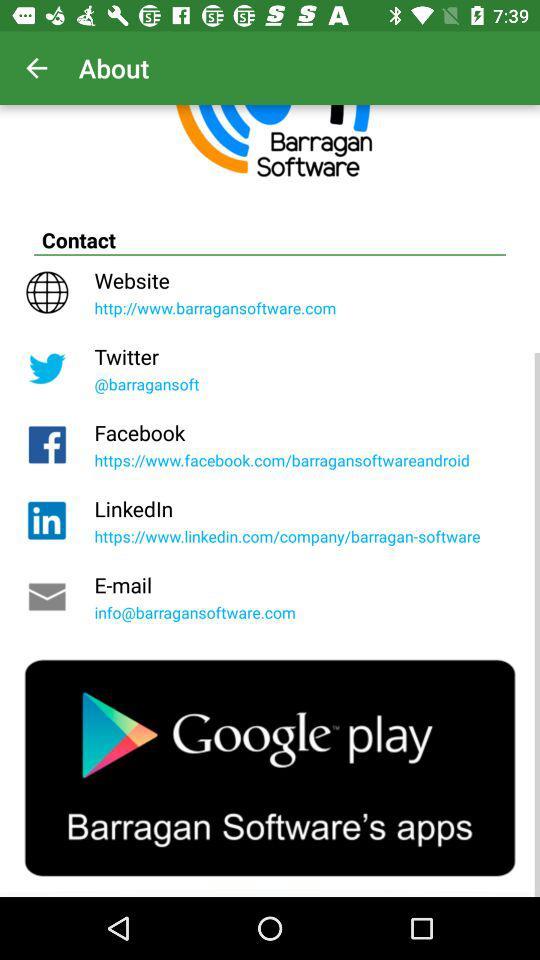 Image resolution: width=540 pixels, height=960 pixels. Describe the element at coordinates (36, 68) in the screenshot. I see `app next to the about` at that location.